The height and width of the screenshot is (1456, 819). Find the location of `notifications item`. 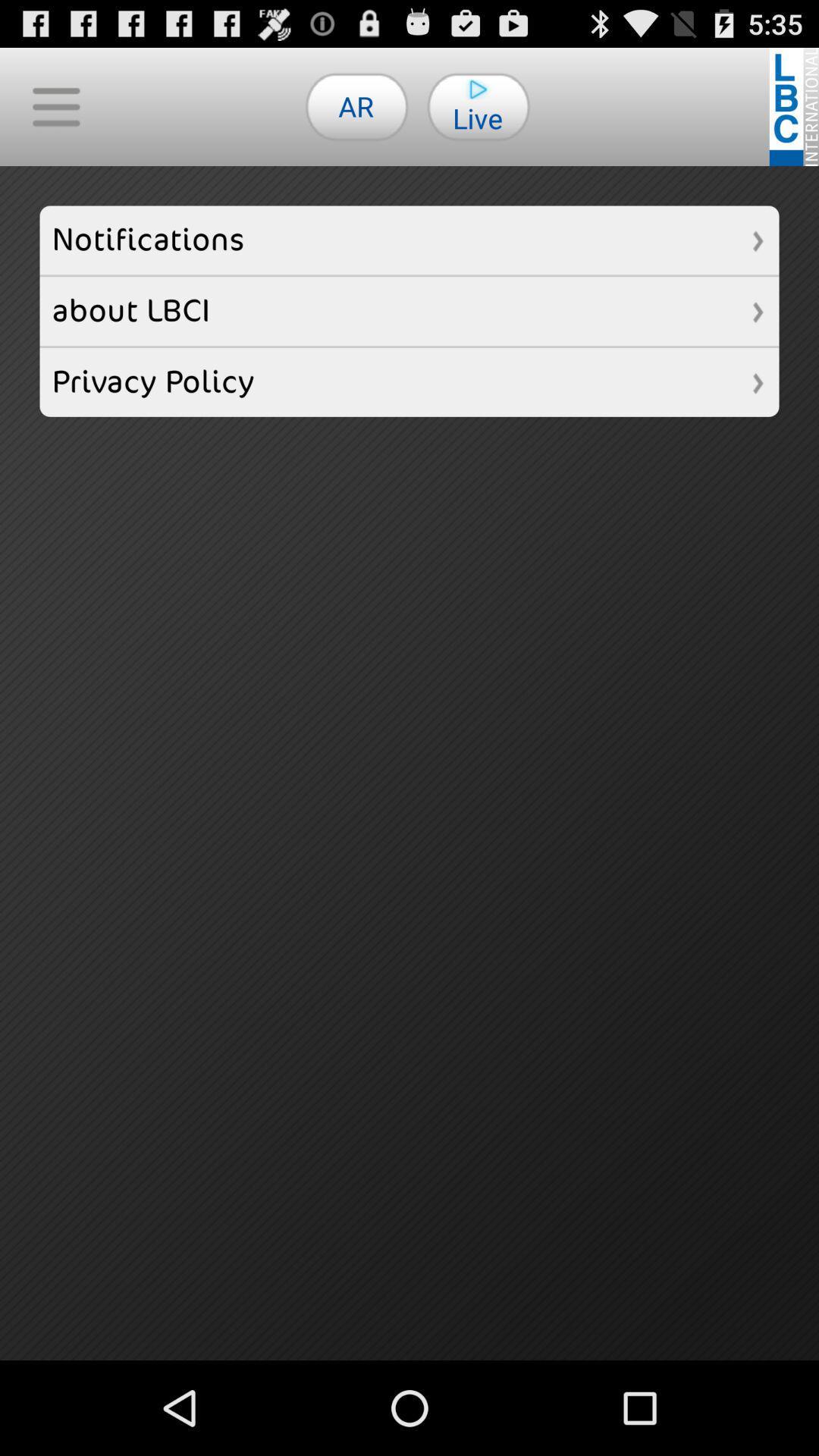

notifications item is located at coordinates (409, 239).